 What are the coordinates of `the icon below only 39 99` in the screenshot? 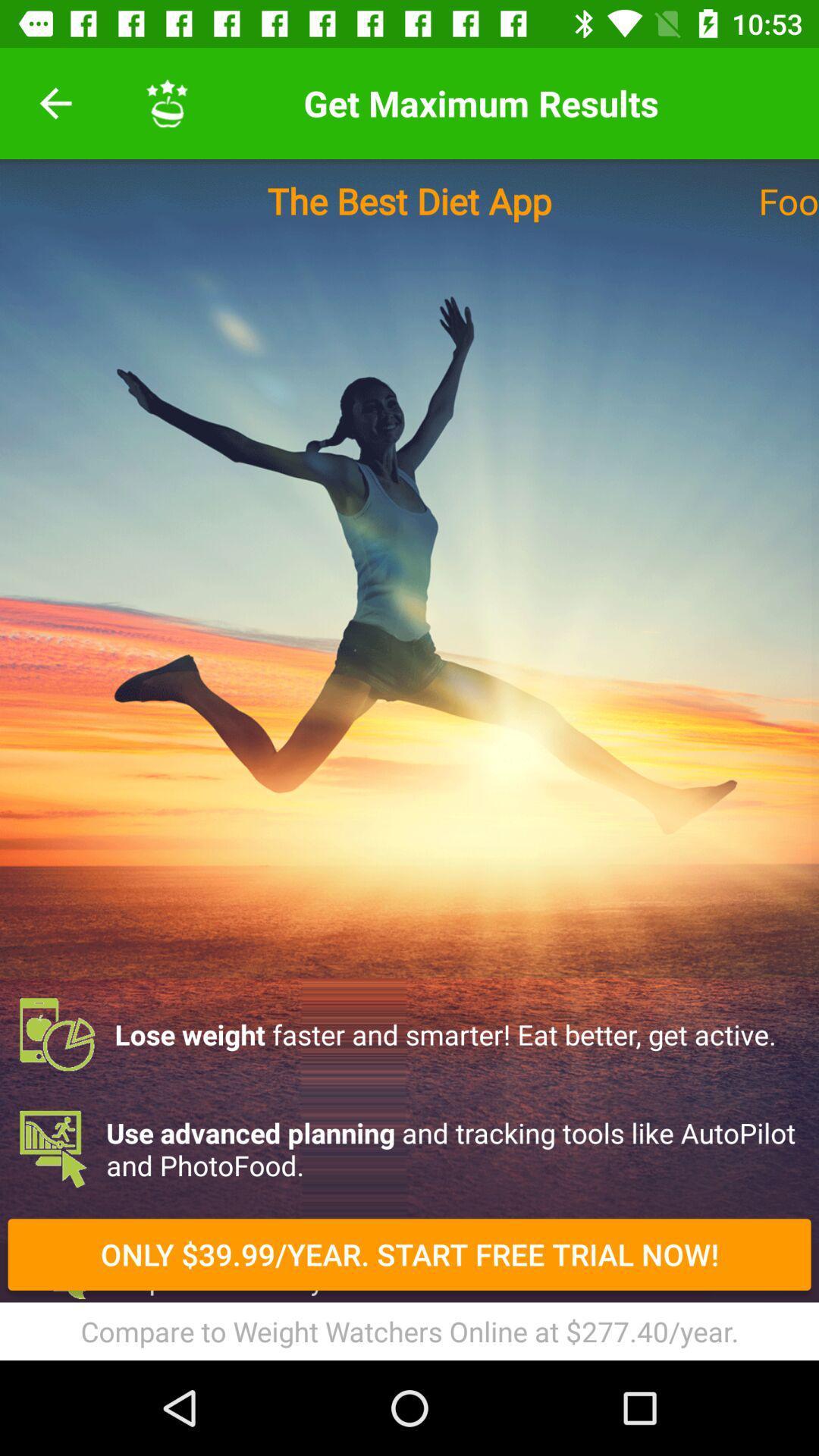 It's located at (409, 1330).